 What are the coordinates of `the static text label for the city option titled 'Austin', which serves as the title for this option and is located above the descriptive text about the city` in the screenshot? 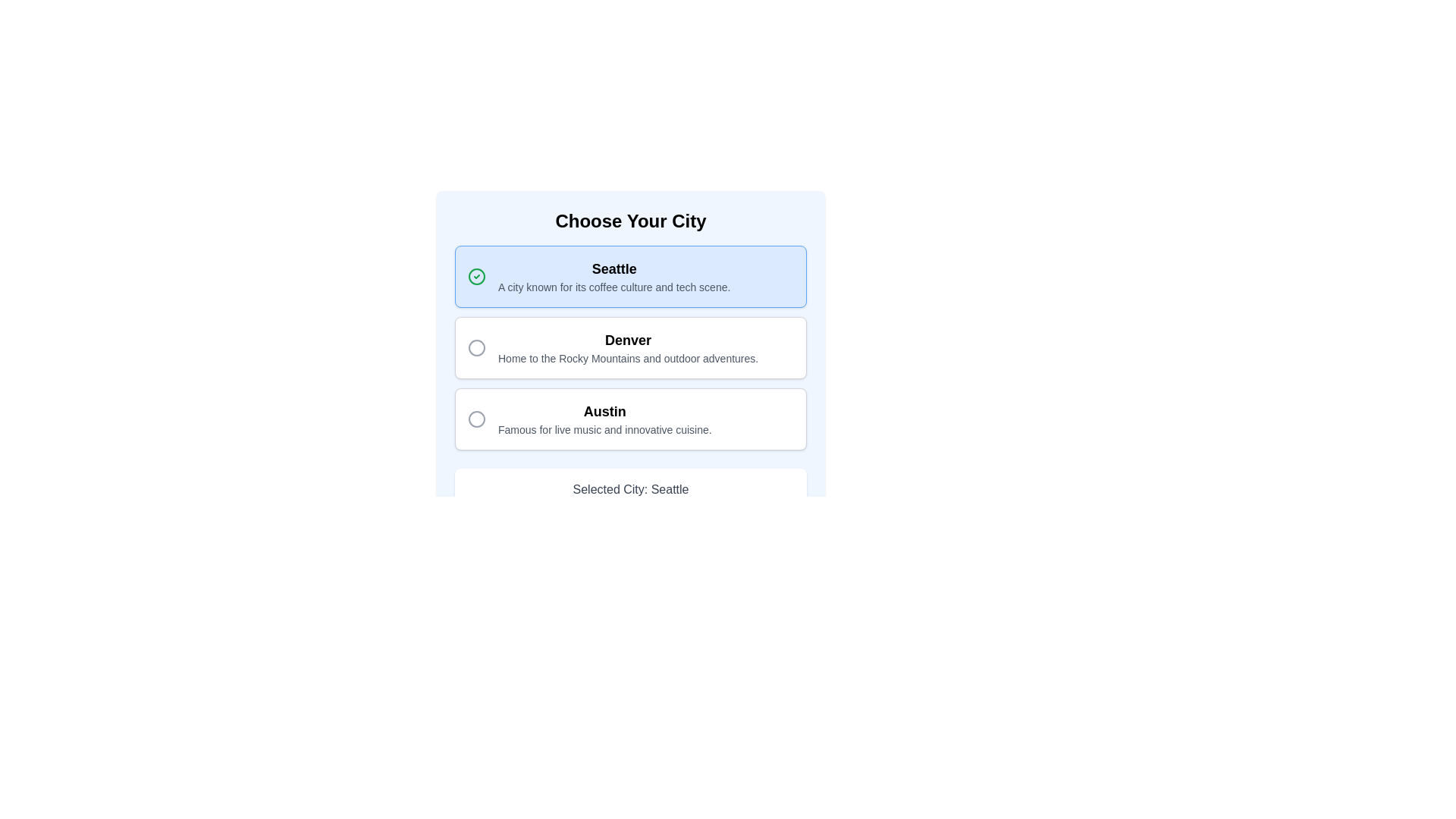 It's located at (604, 412).